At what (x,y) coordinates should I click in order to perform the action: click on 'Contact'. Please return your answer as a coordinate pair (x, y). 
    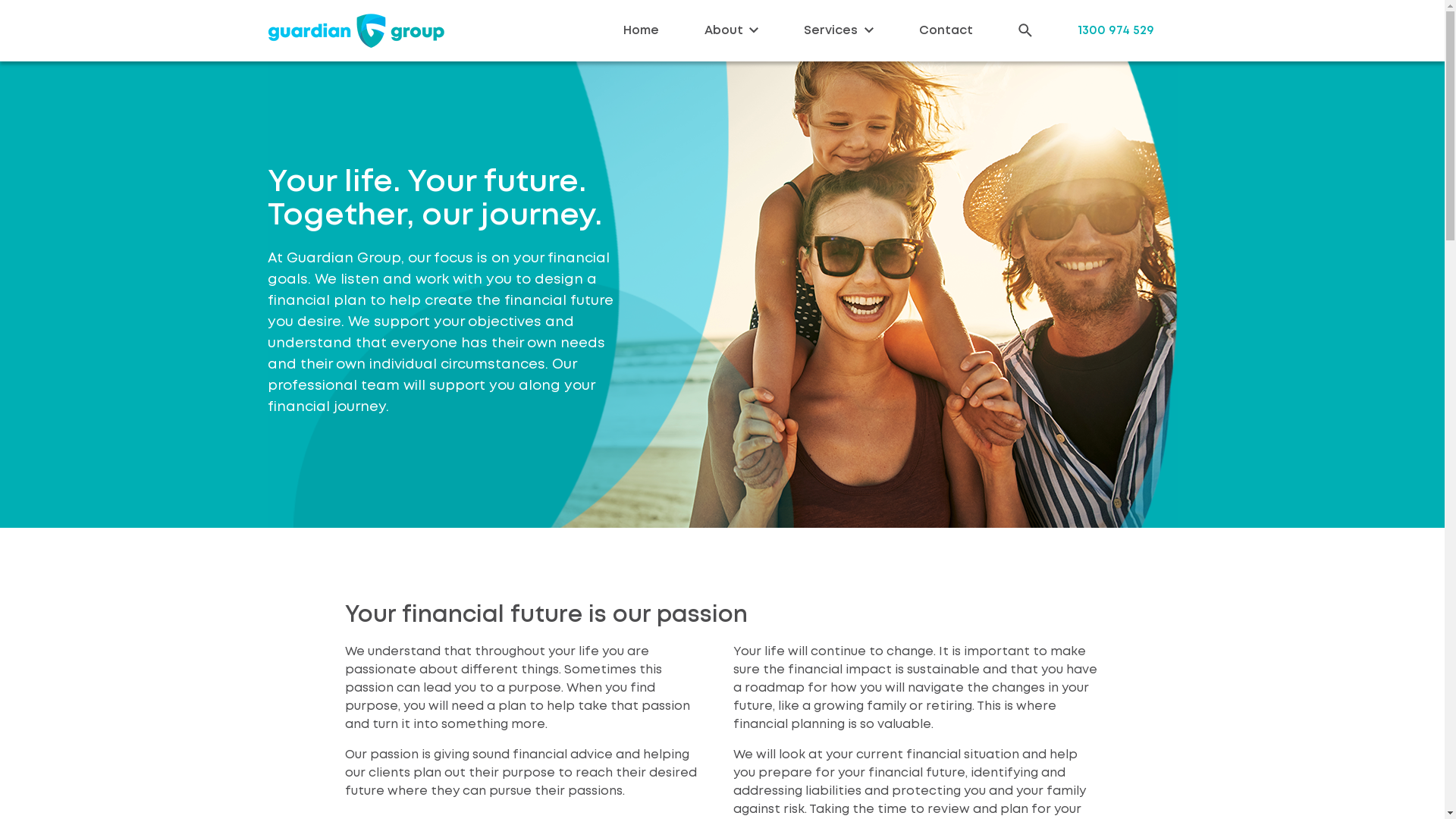
    Looking at the image, I should click on (945, 30).